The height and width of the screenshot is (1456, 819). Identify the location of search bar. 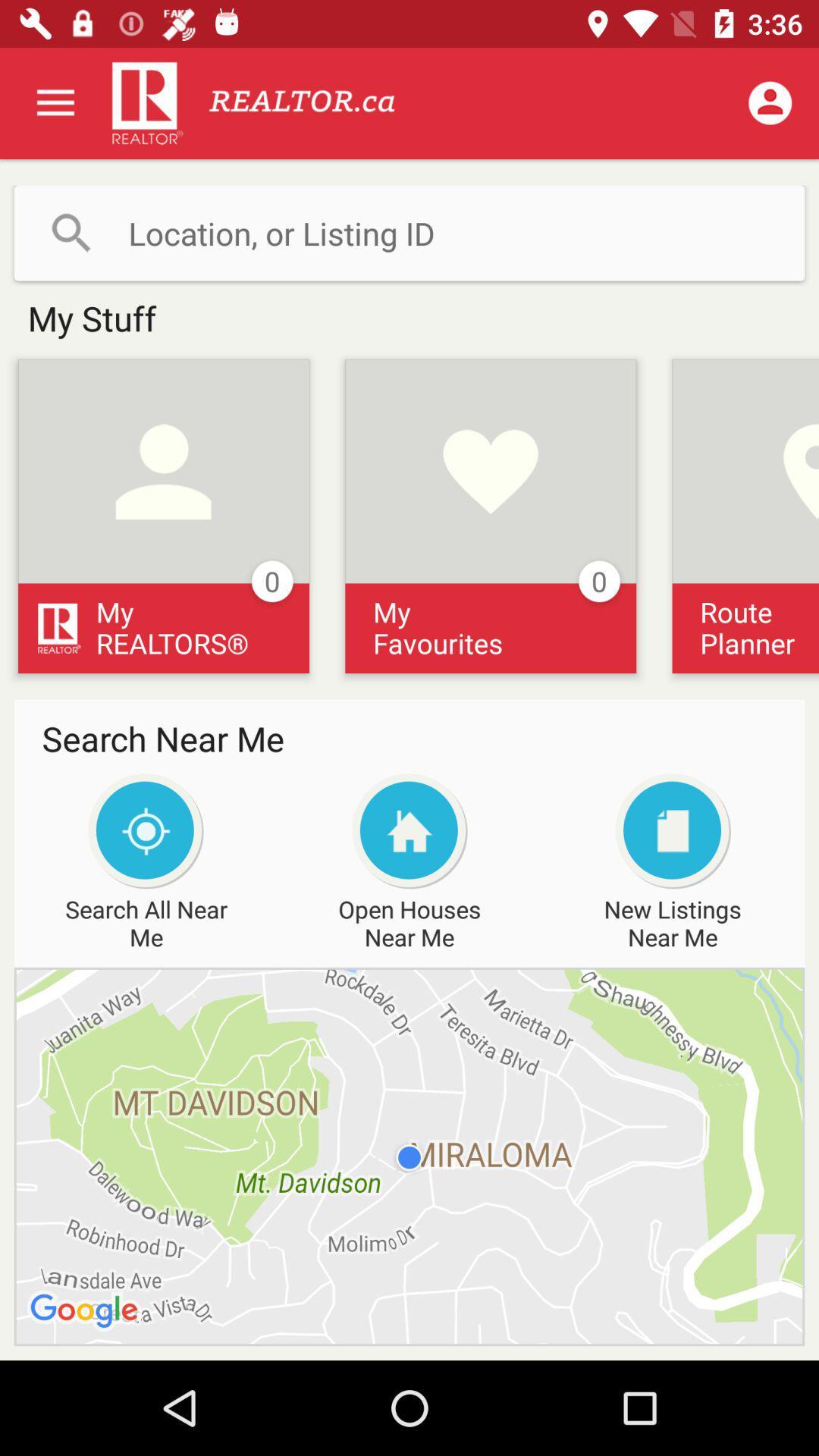
(409, 232).